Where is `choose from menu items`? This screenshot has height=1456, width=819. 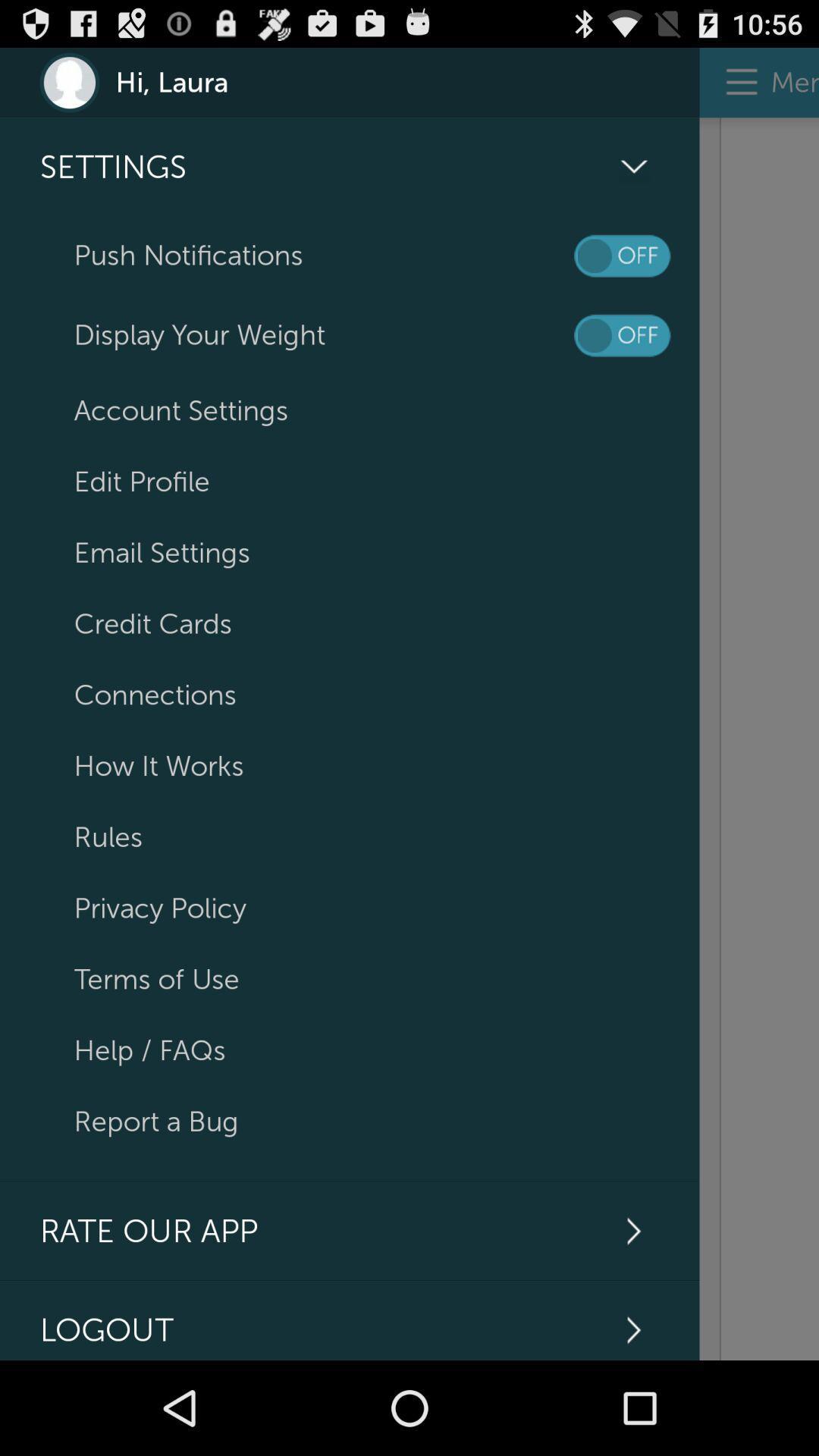
choose from menu items is located at coordinates (759, 739).